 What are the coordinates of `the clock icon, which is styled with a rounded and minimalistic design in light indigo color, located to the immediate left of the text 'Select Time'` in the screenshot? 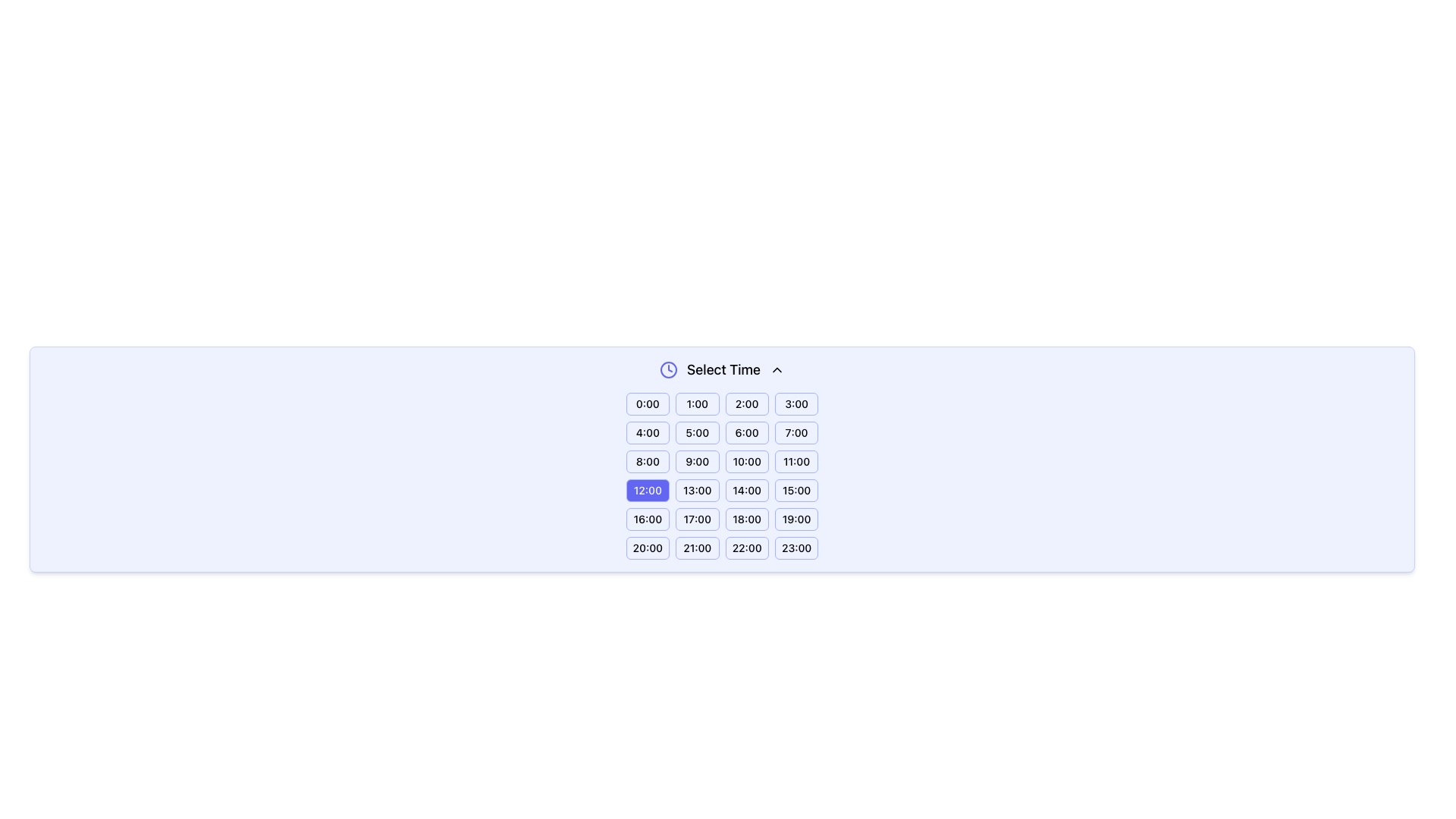 It's located at (668, 370).